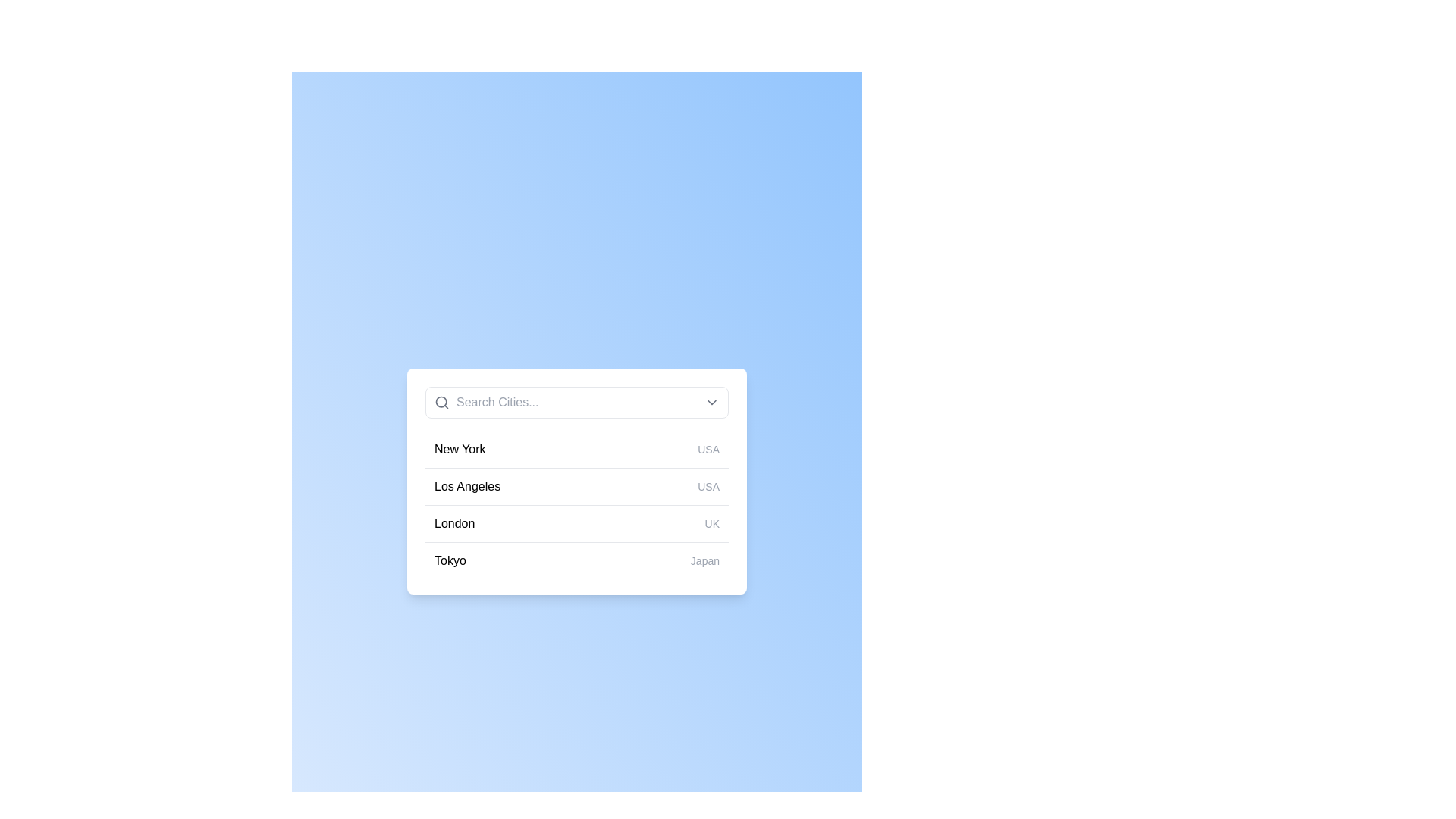  Describe the element at coordinates (466, 486) in the screenshot. I see `the text element displaying 'Los Angeles' in the dropdown list` at that location.